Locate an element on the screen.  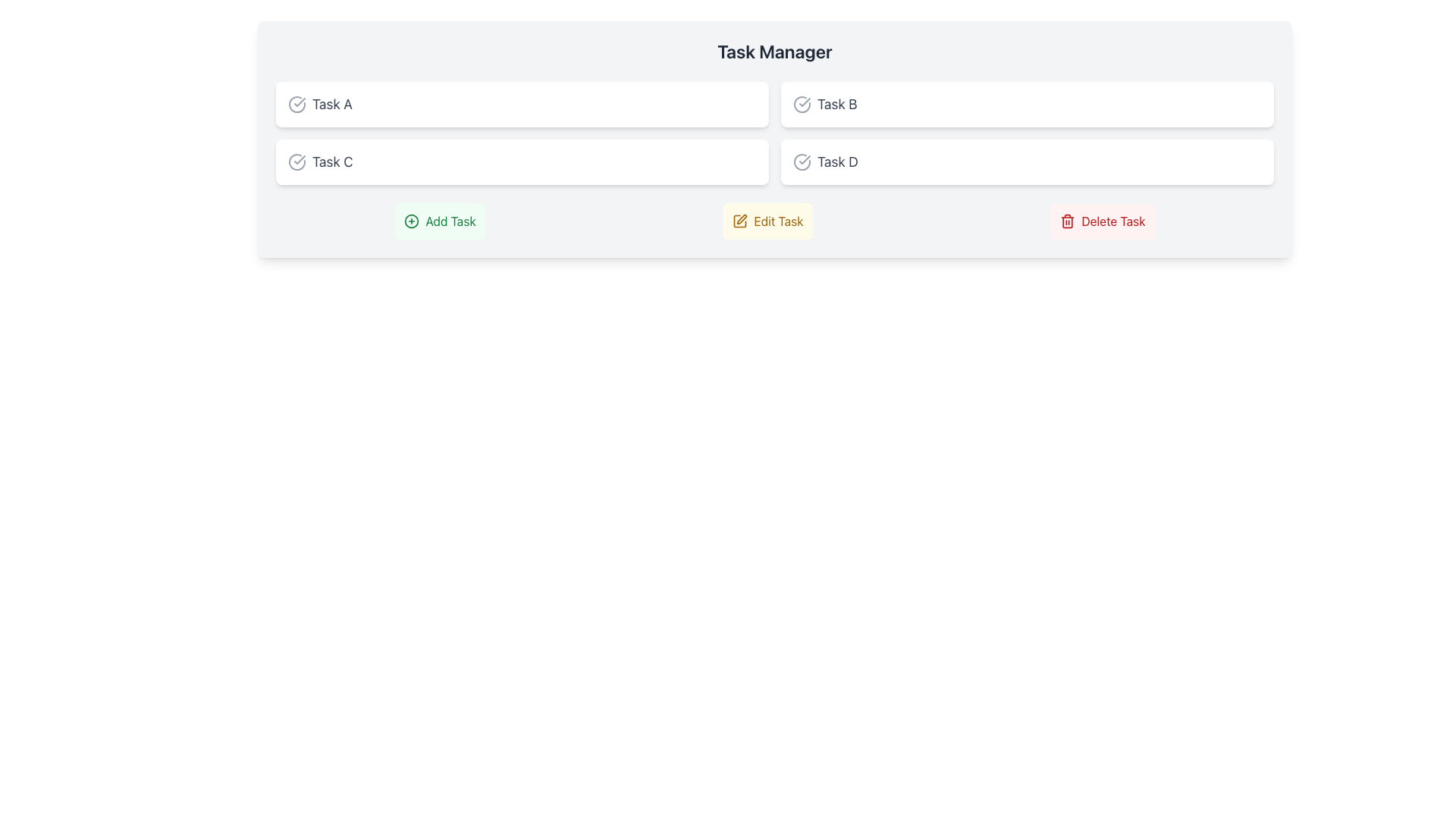
the delete task button is located at coordinates (1103, 221).